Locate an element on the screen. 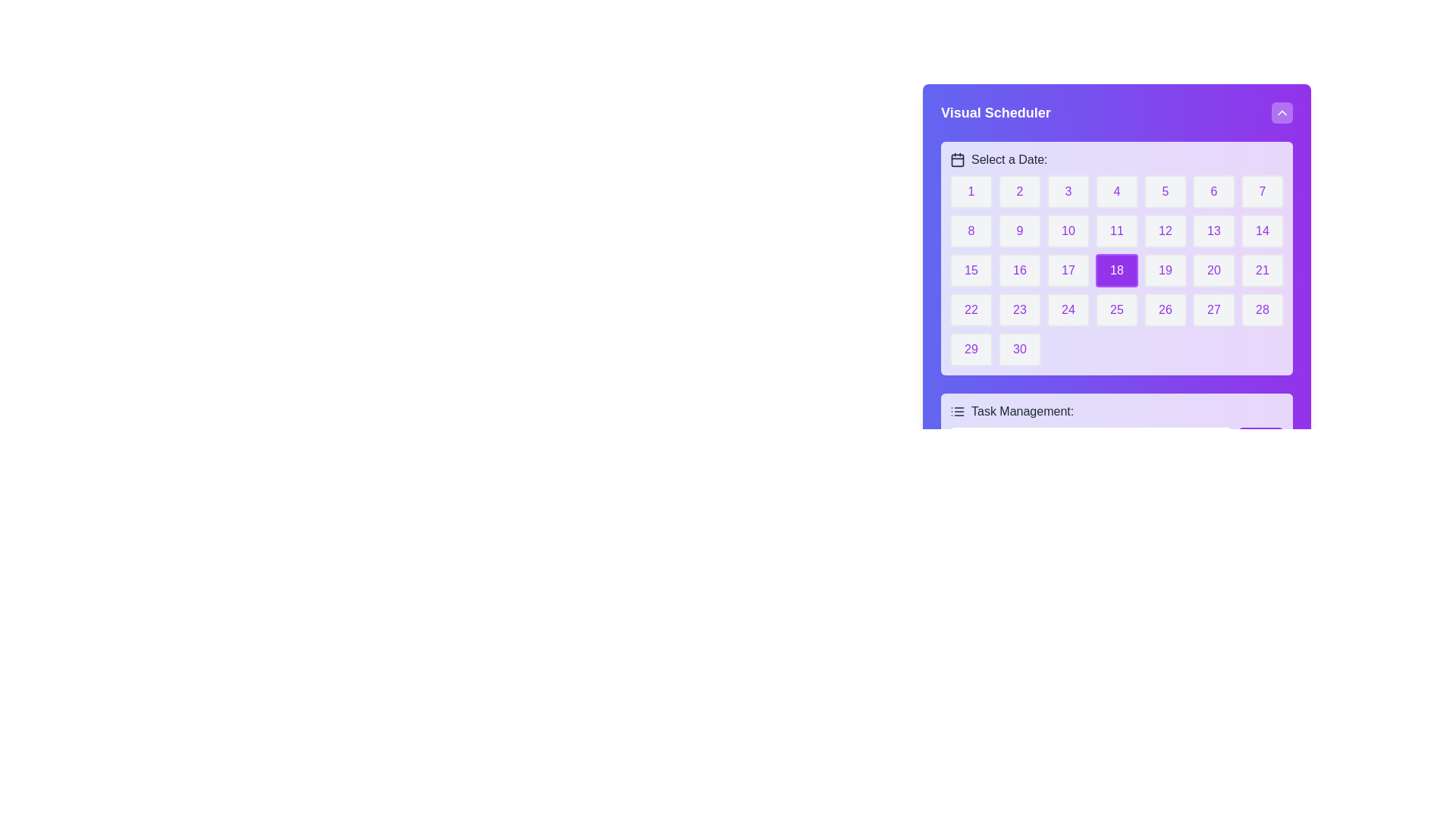 The width and height of the screenshot is (1456, 819). text content of the label displaying 'Task Management:' located at the bottom of the purple-colored visual scheduler interface, adjacent to a list icon is located at coordinates (1022, 412).